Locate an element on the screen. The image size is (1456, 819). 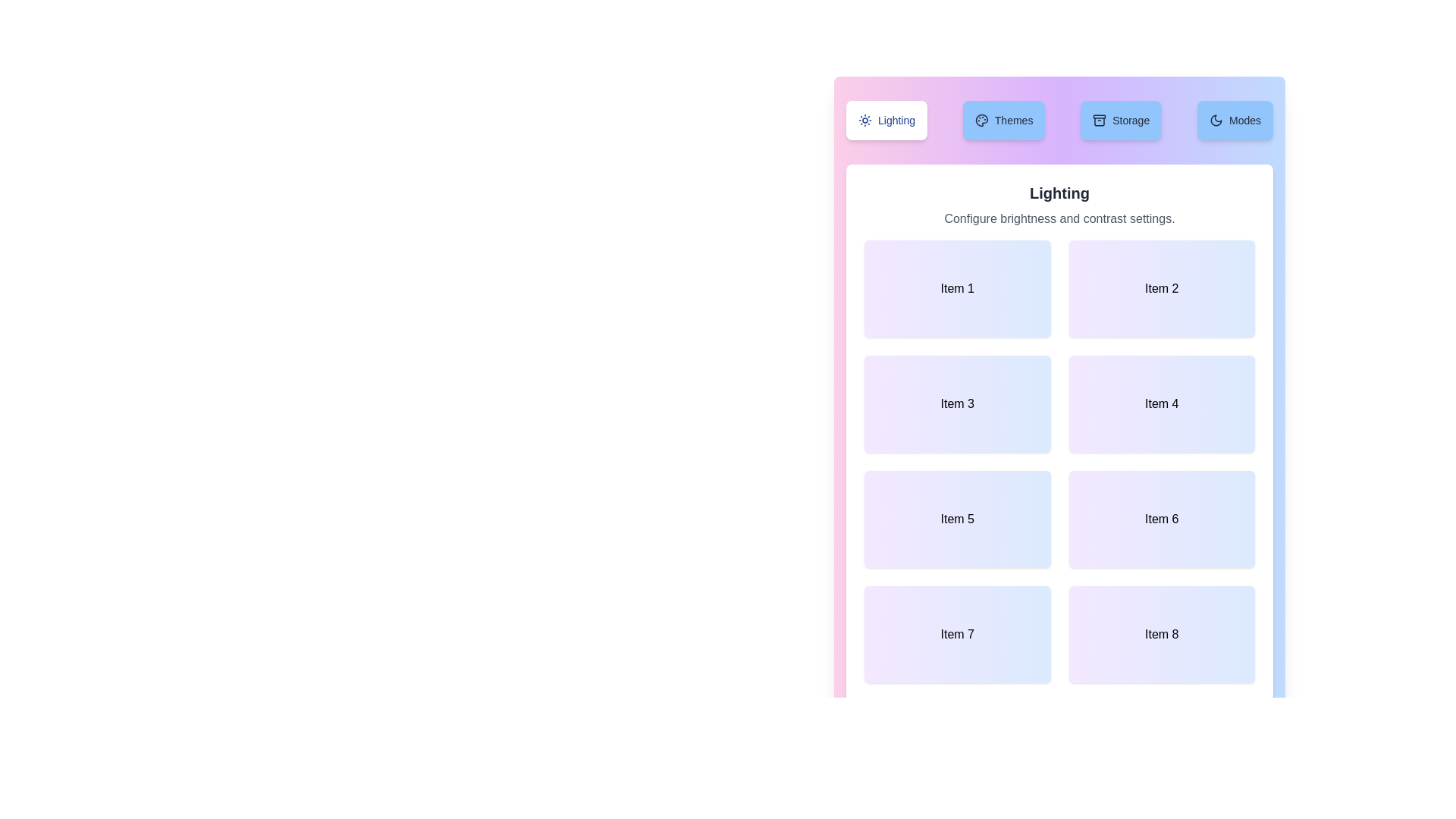
the button labeled Lighting to observe the hover effect is located at coordinates (886, 119).